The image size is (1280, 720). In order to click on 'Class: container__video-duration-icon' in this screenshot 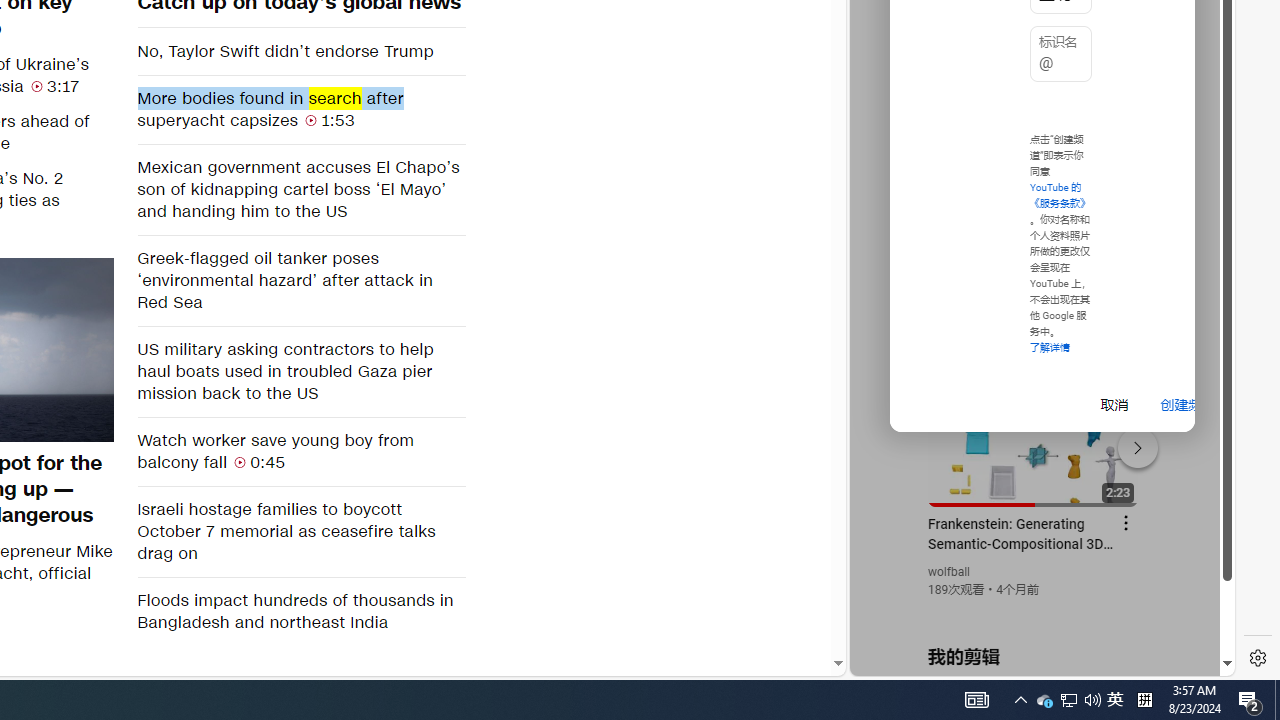, I will do `click(240, 462)`.